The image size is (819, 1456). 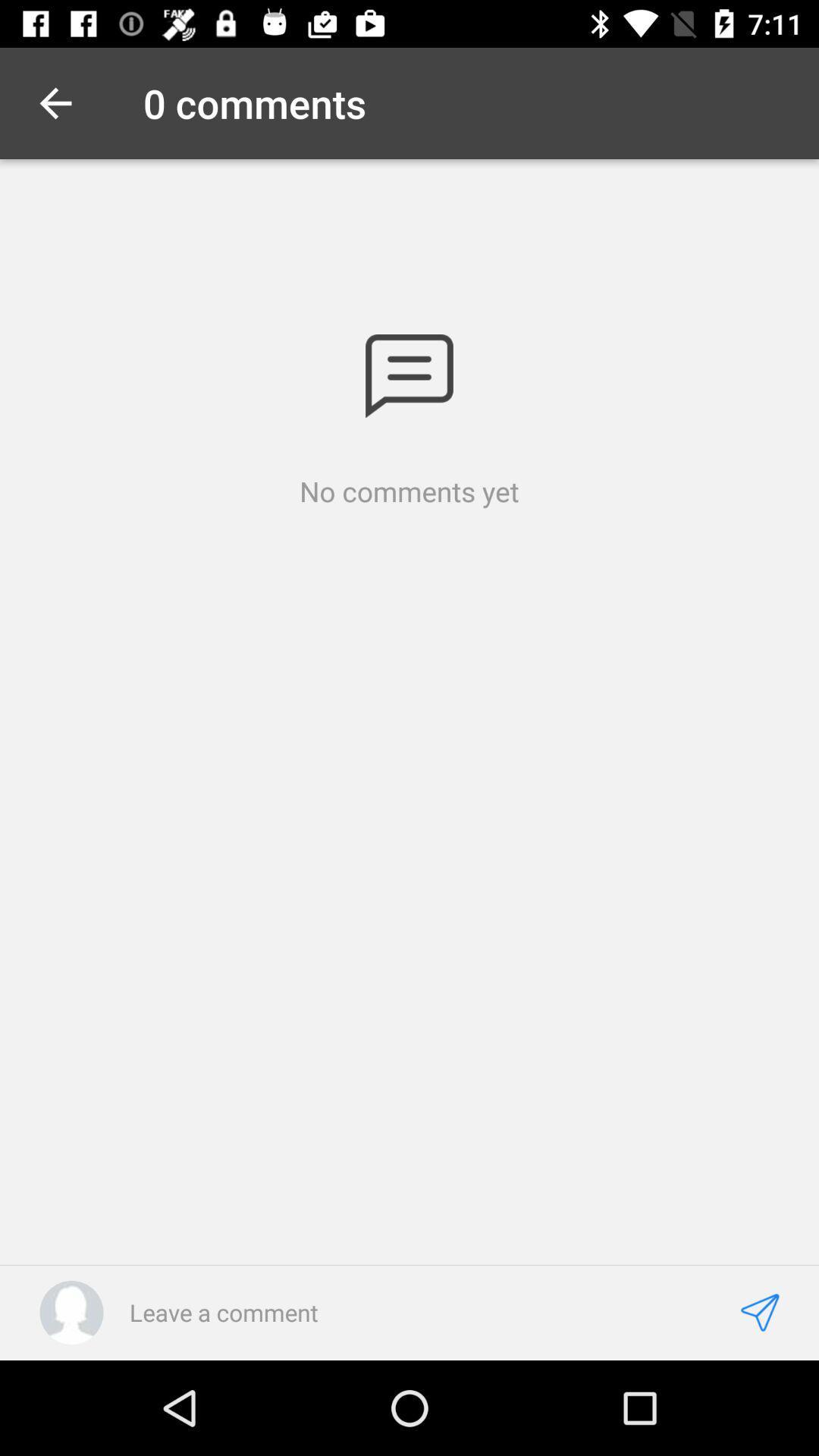 I want to click on no comments yet icon, so click(x=409, y=491).